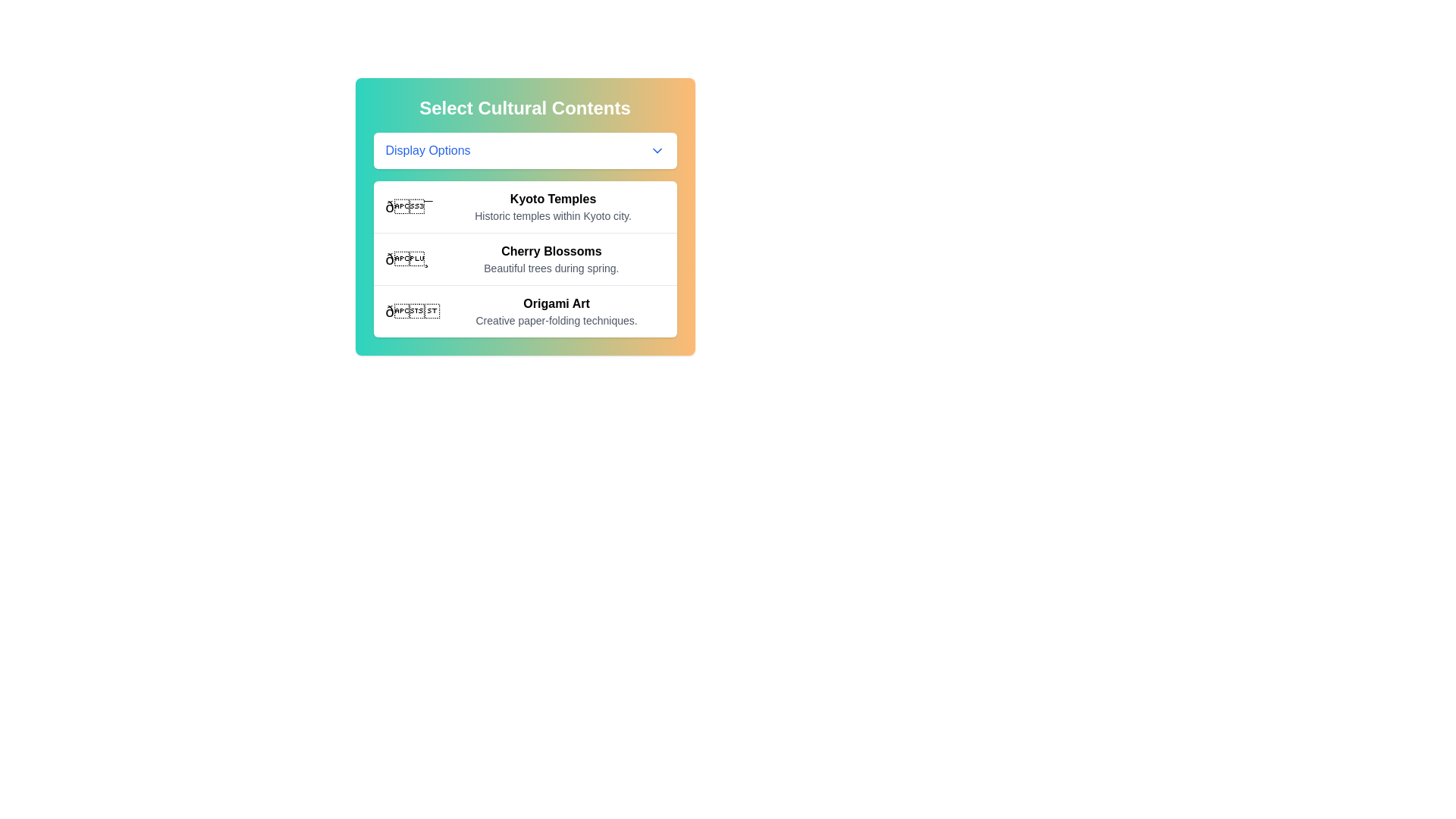 The height and width of the screenshot is (819, 1456). What do you see at coordinates (657, 151) in the screenshot?
I see `the downward-pointing chevron icon located at the far right end of the 'Display Options' button` at bounding box center [657, 151].